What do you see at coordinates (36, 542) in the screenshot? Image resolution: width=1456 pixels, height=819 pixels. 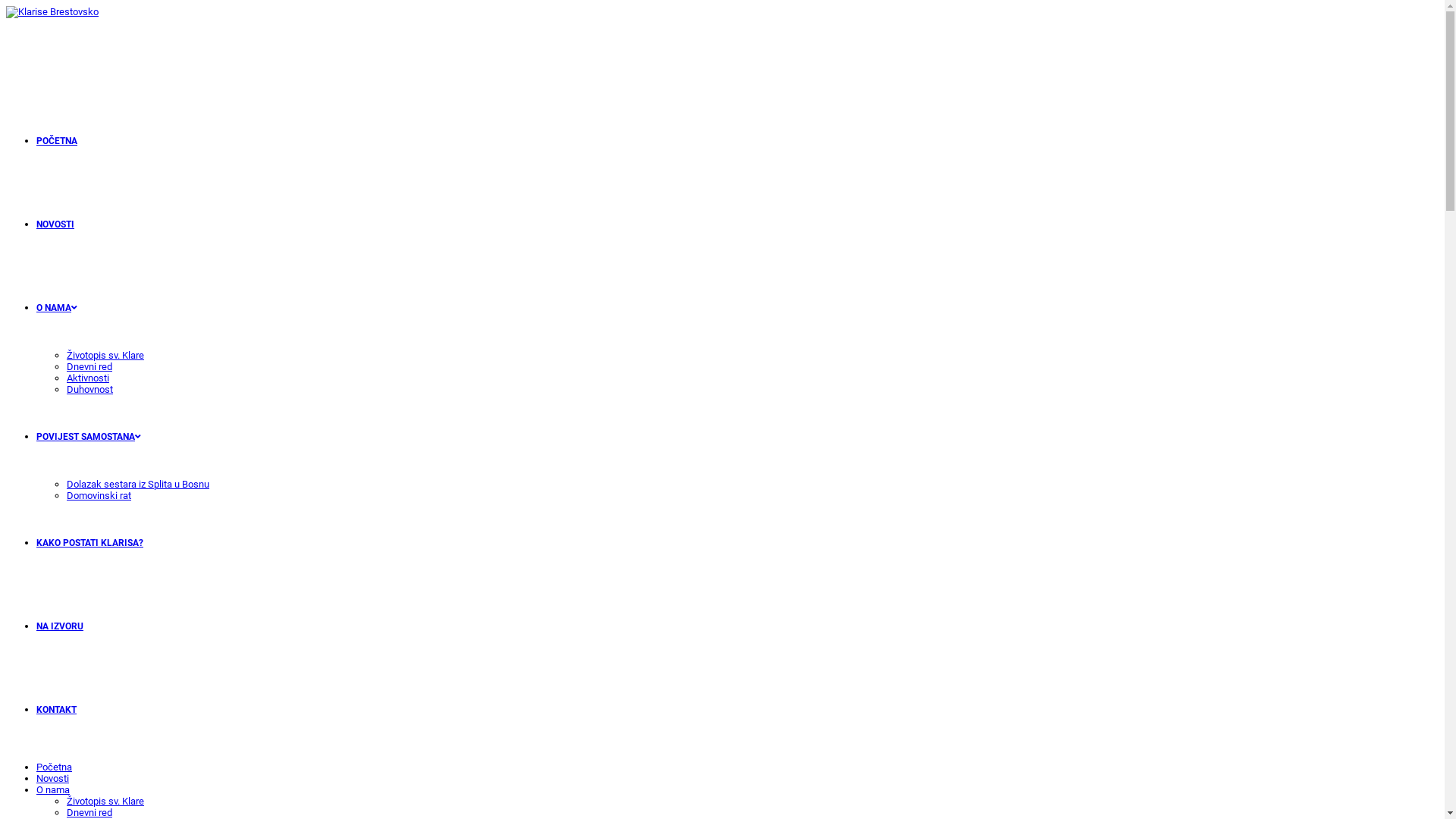 I see `'KAKO POSTATI KLARISA?'` at bounding box center [36, 542].